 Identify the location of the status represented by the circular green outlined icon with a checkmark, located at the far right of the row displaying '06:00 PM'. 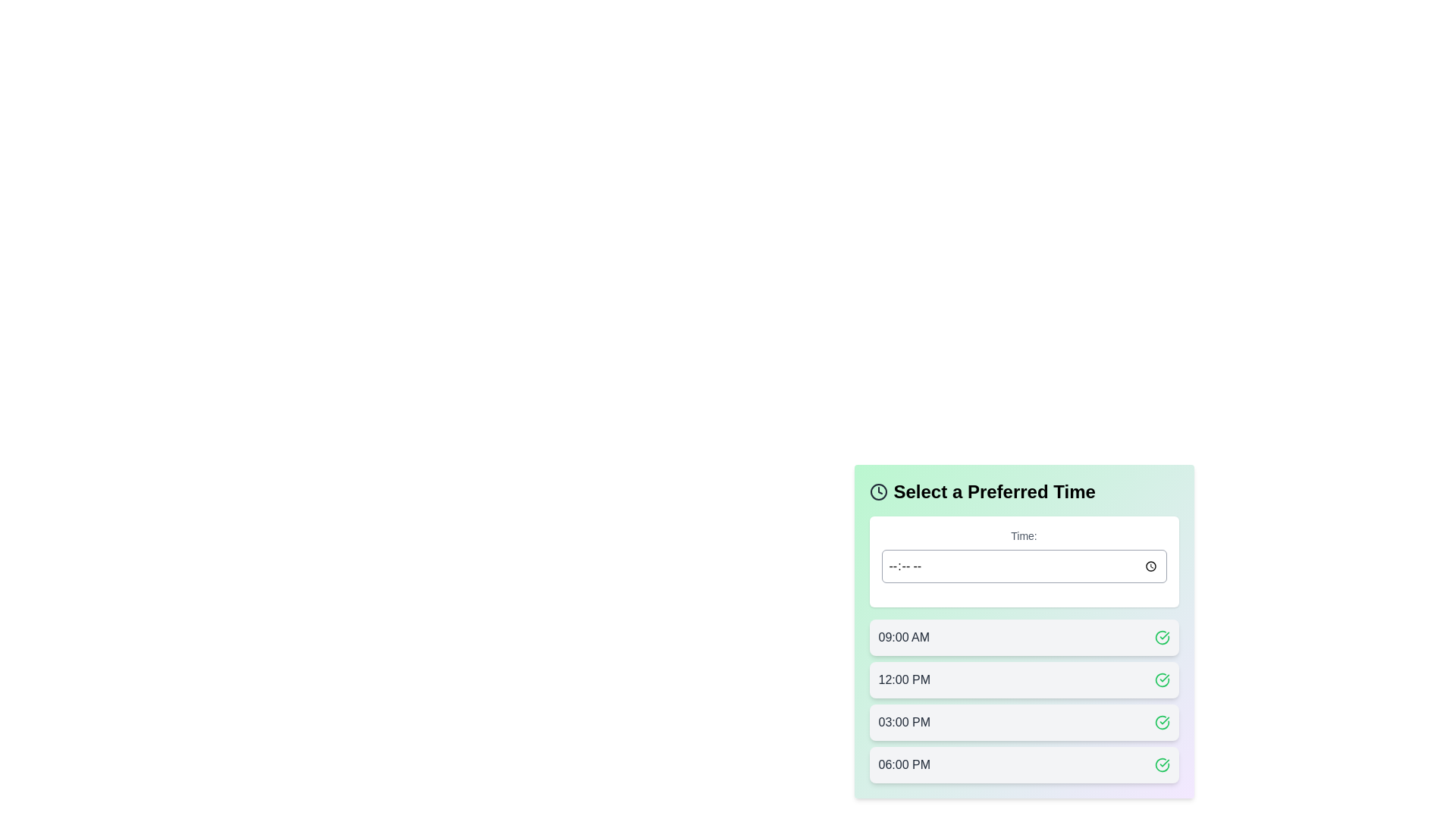
(1161, 765).